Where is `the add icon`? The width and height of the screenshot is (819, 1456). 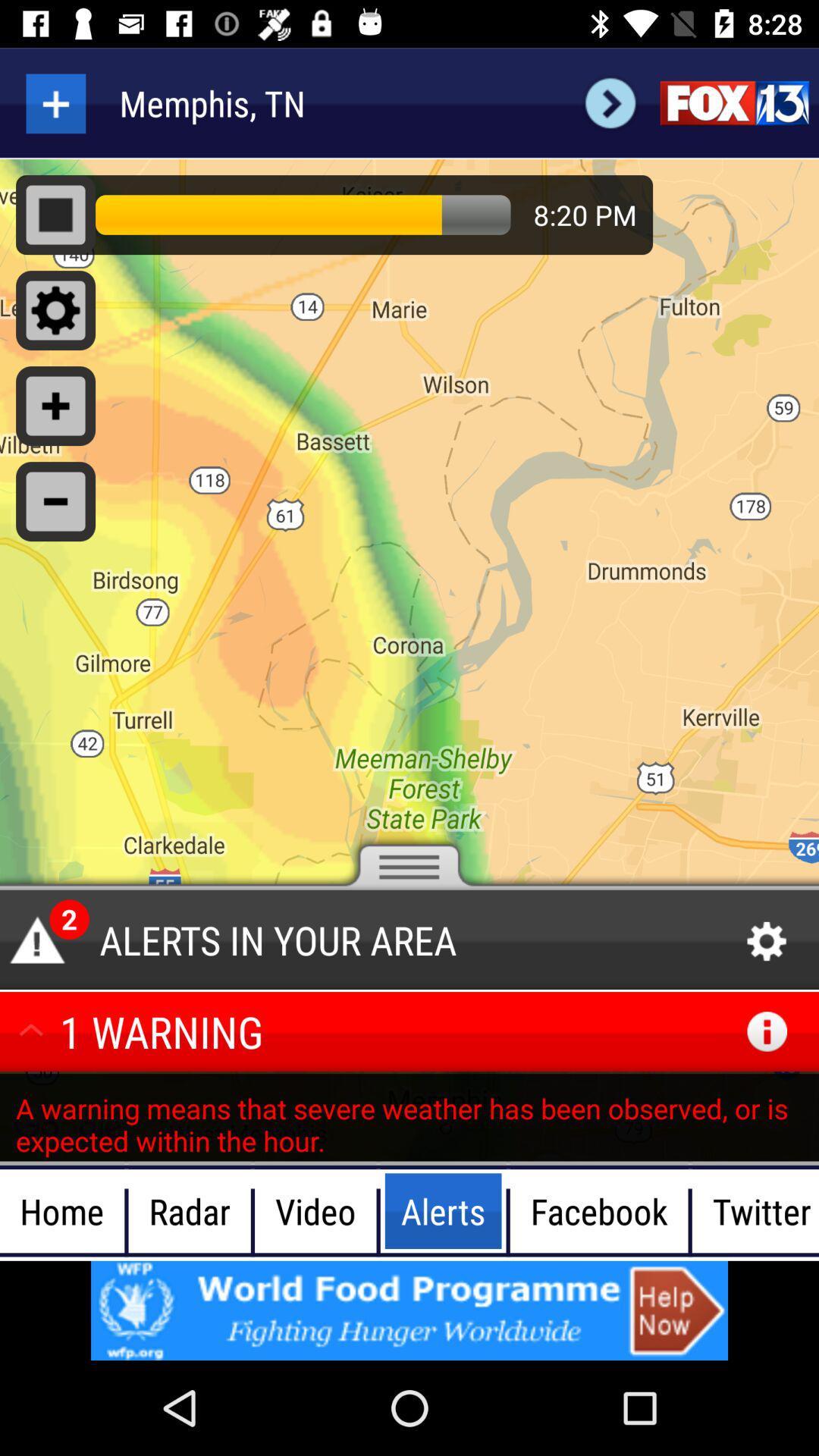
the add icon is located at coordinates (55, 102).